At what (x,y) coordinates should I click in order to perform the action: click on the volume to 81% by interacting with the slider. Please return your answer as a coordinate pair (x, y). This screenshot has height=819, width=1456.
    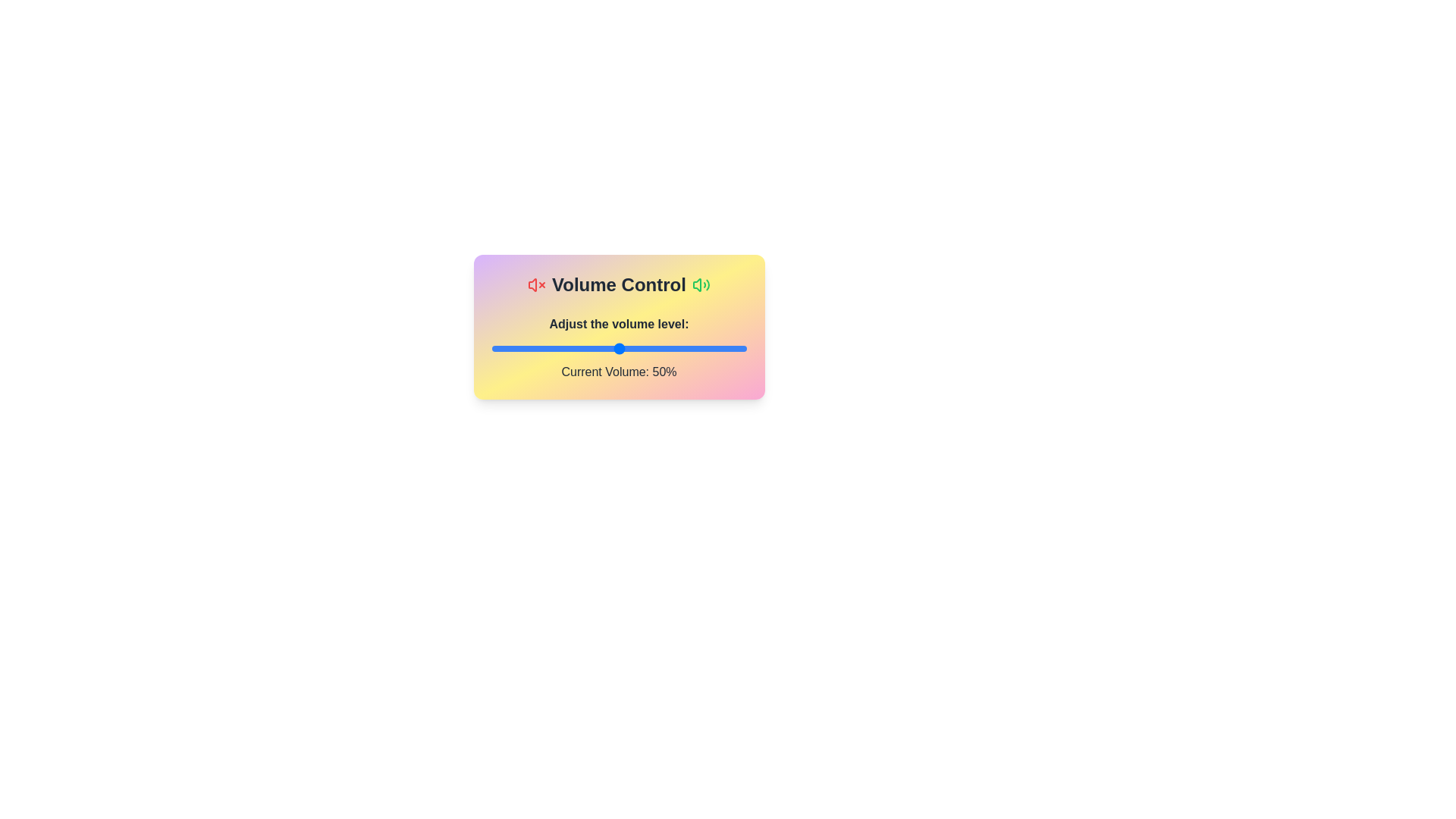
    Looking at the image, I should click on (697, 348).